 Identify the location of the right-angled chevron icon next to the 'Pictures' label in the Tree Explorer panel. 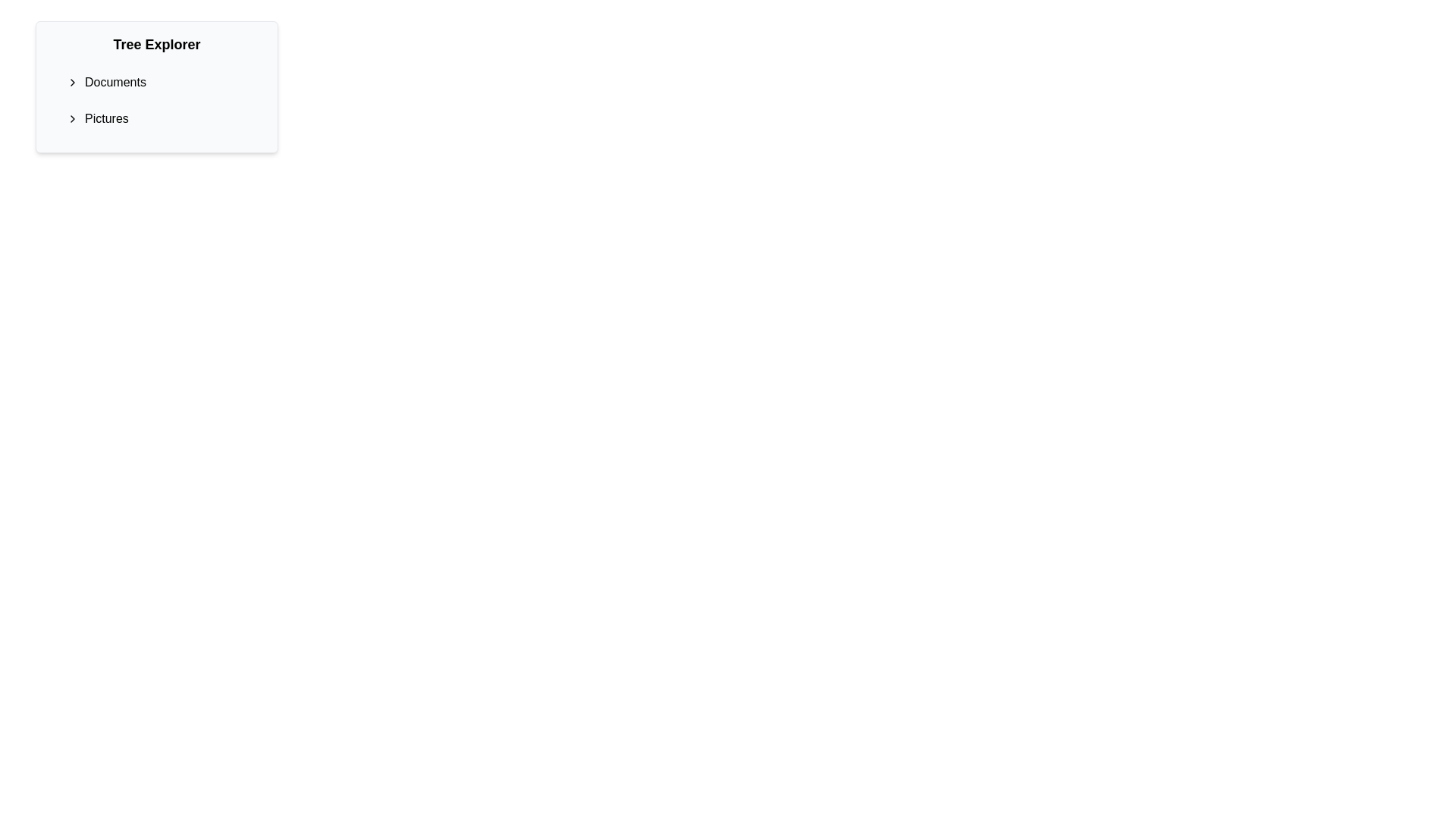
(72, 118).